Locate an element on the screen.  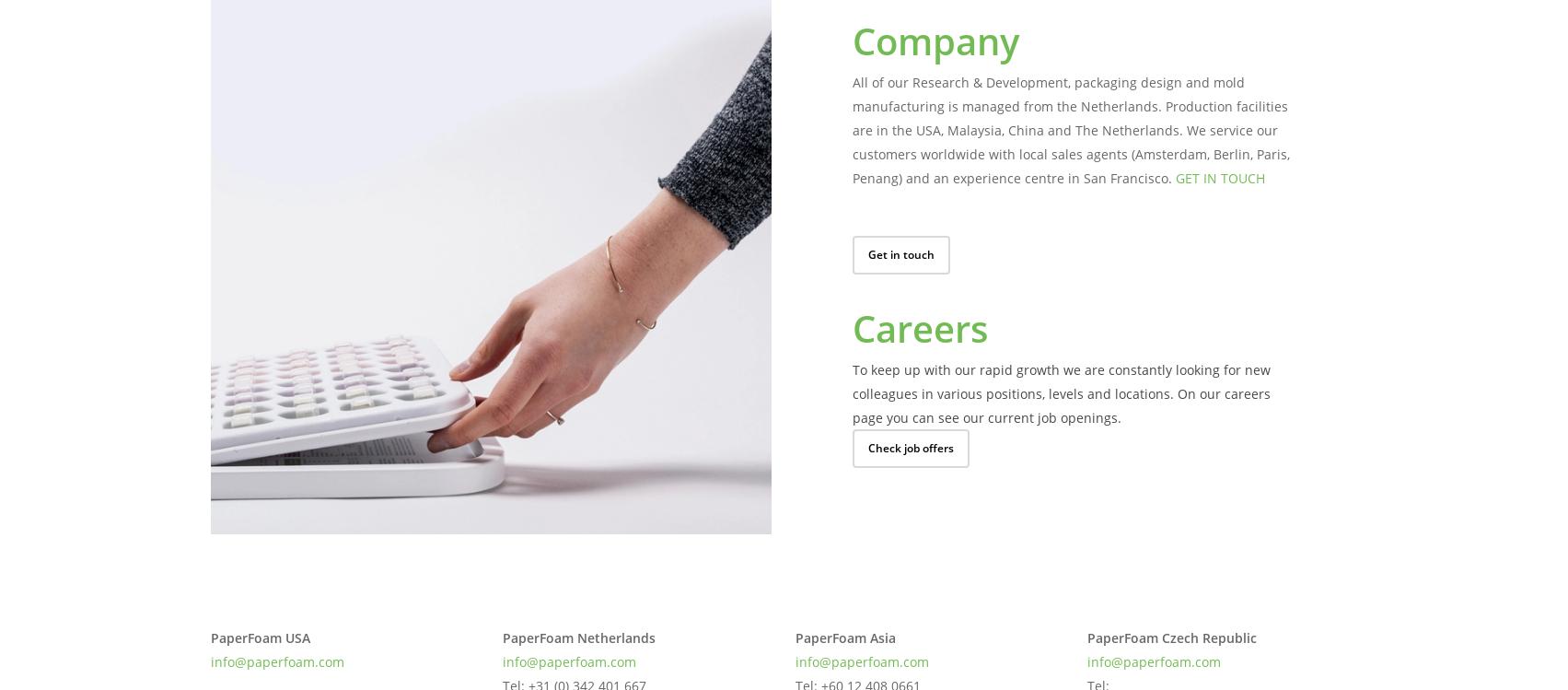
'Get in touch' is located at coordinates (900, 253).